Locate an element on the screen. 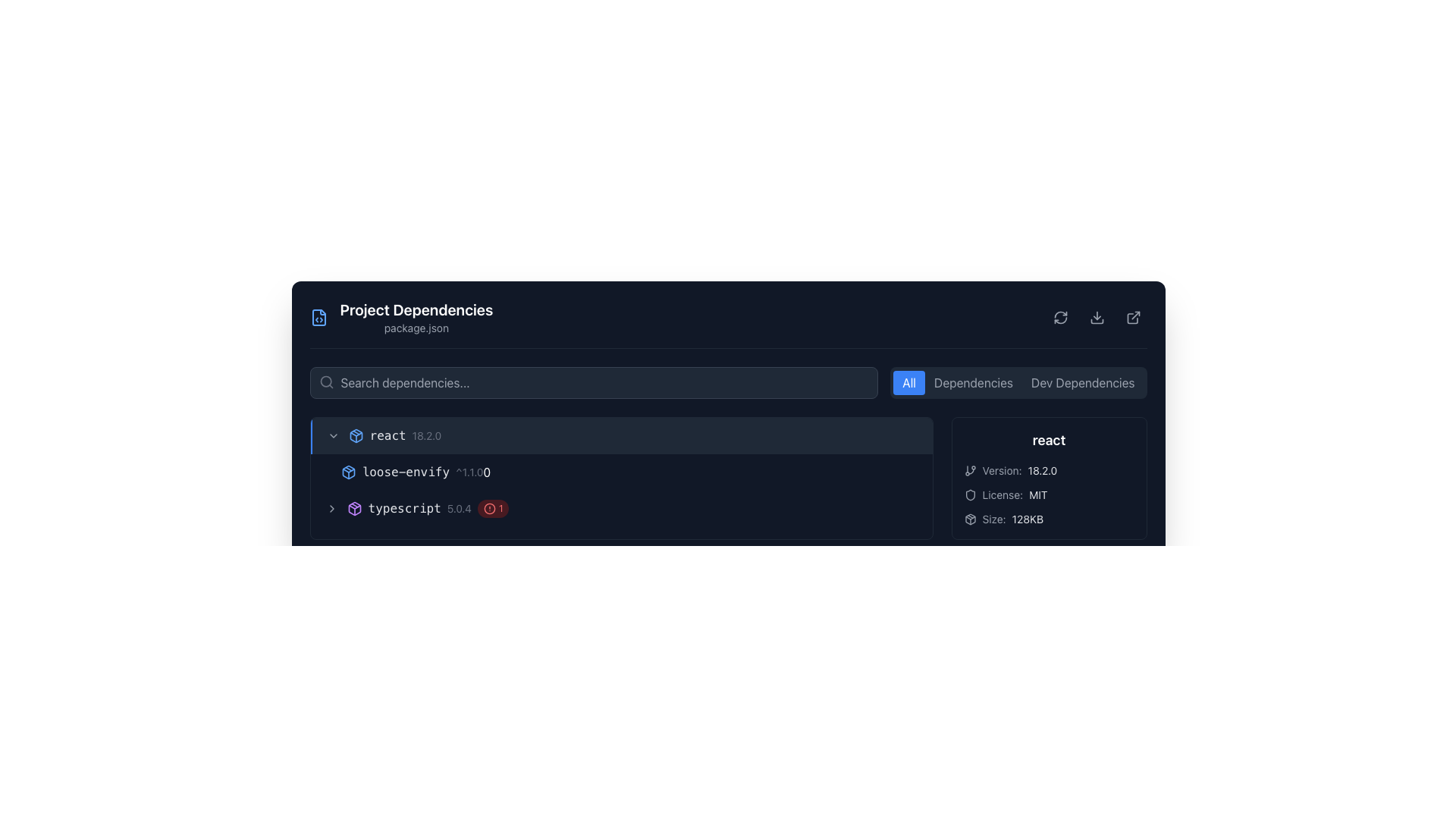 This screenshot has width=1456, height=819. the text label displaying 'Version: 18.2.0' with a branch icon, which is the first entry in the details list on the right-hand side of the interface is located at coordinates (1048, 470).